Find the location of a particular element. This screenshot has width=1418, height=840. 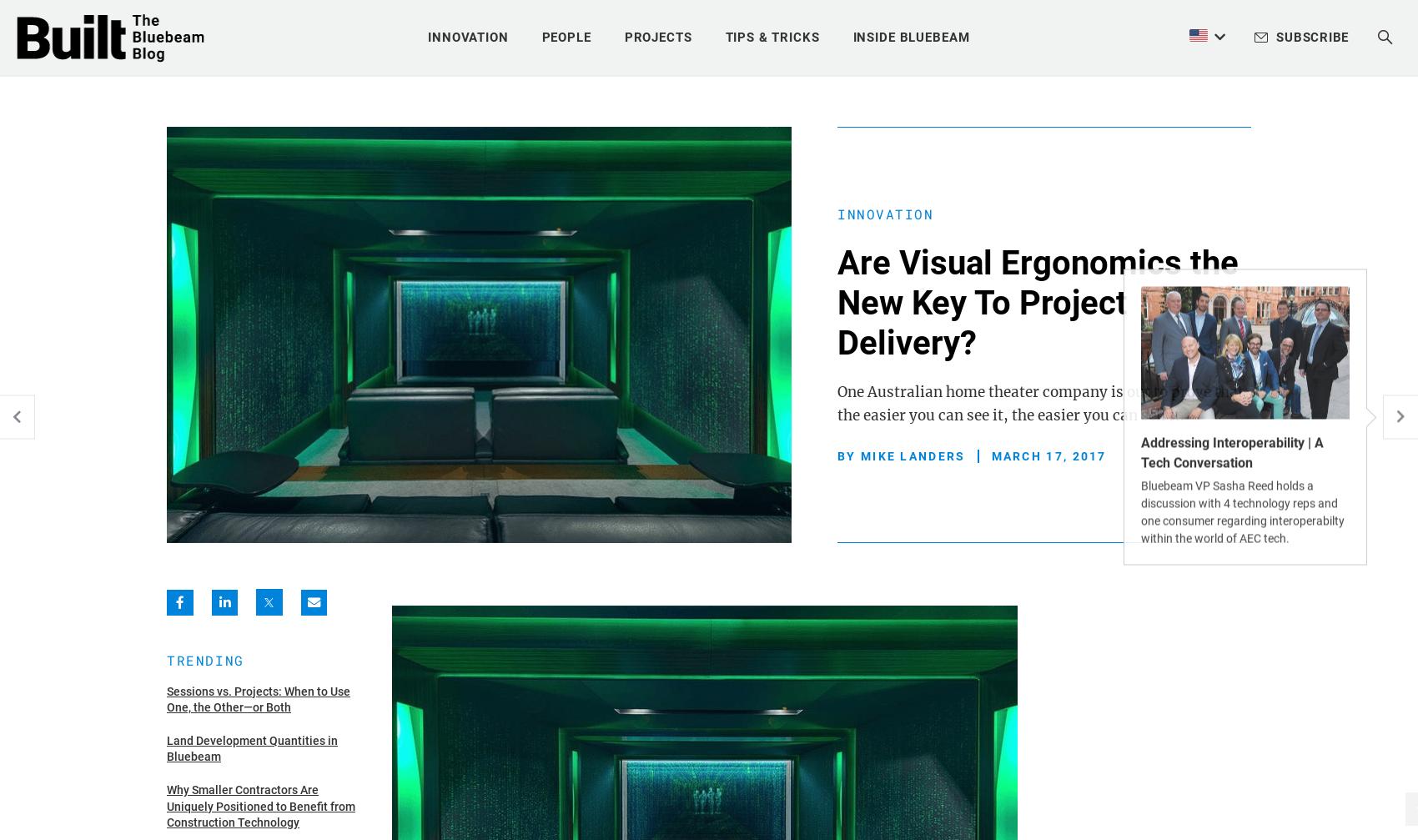

'One Australian home theater company is out to prove that the easier you can see it, the easier you can sell it.' is located at coordinates (837, 402).